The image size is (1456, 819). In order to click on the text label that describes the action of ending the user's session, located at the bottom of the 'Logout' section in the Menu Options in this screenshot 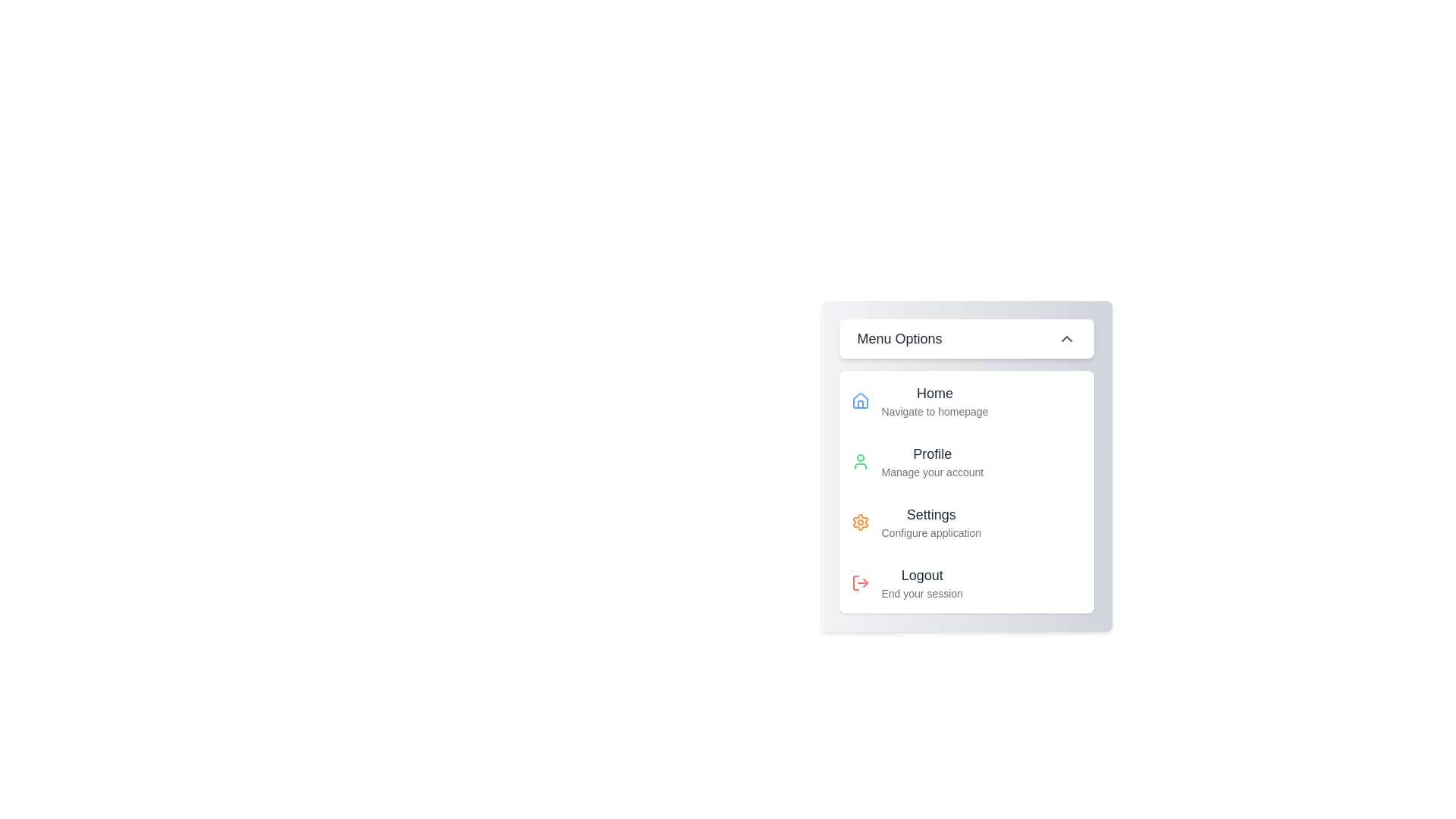, I will do `click(921, 593)`.